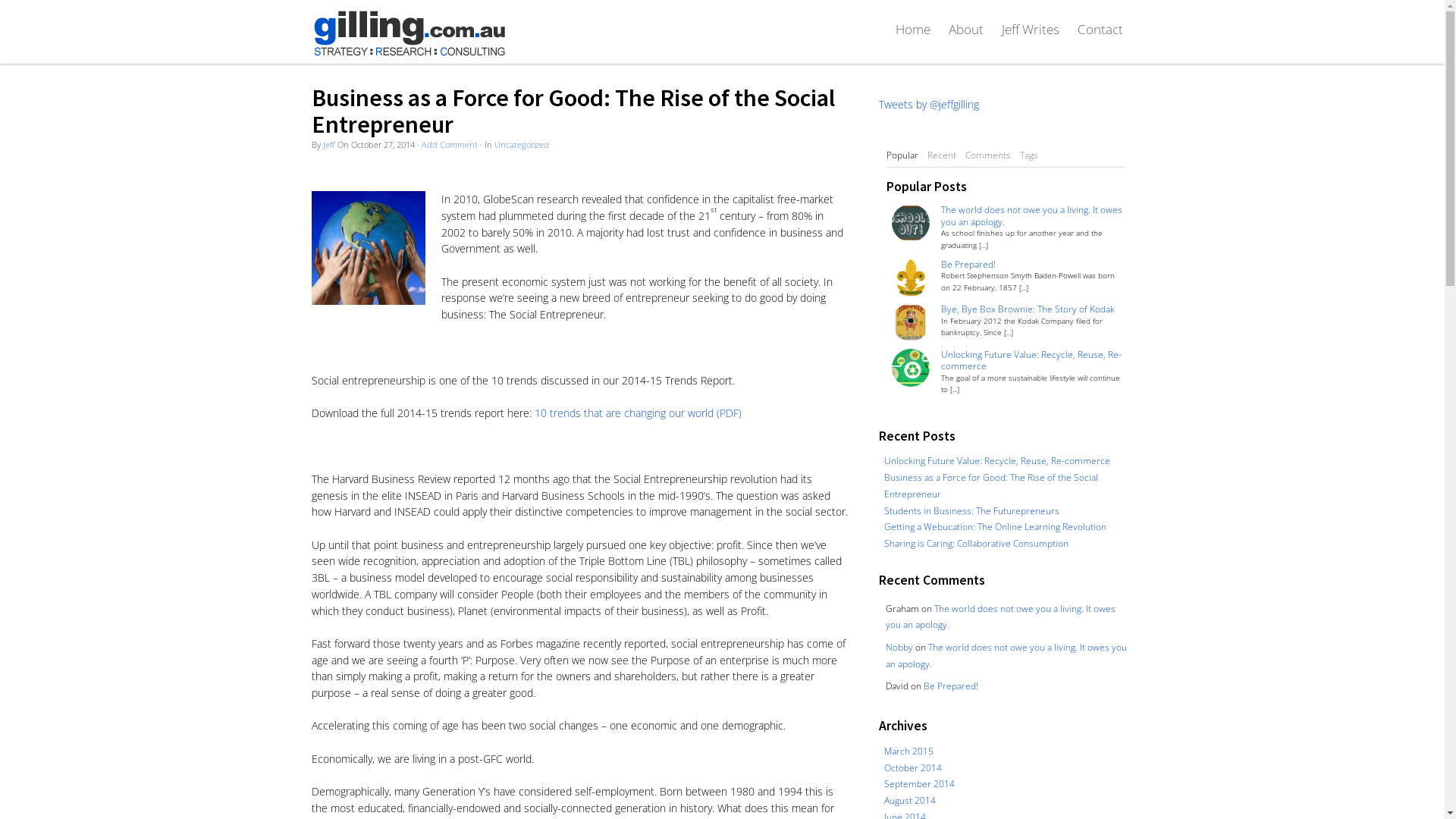 This screenshot has width=1456, height=819. I want to click on 'Uncategorized', so click(521, 144).